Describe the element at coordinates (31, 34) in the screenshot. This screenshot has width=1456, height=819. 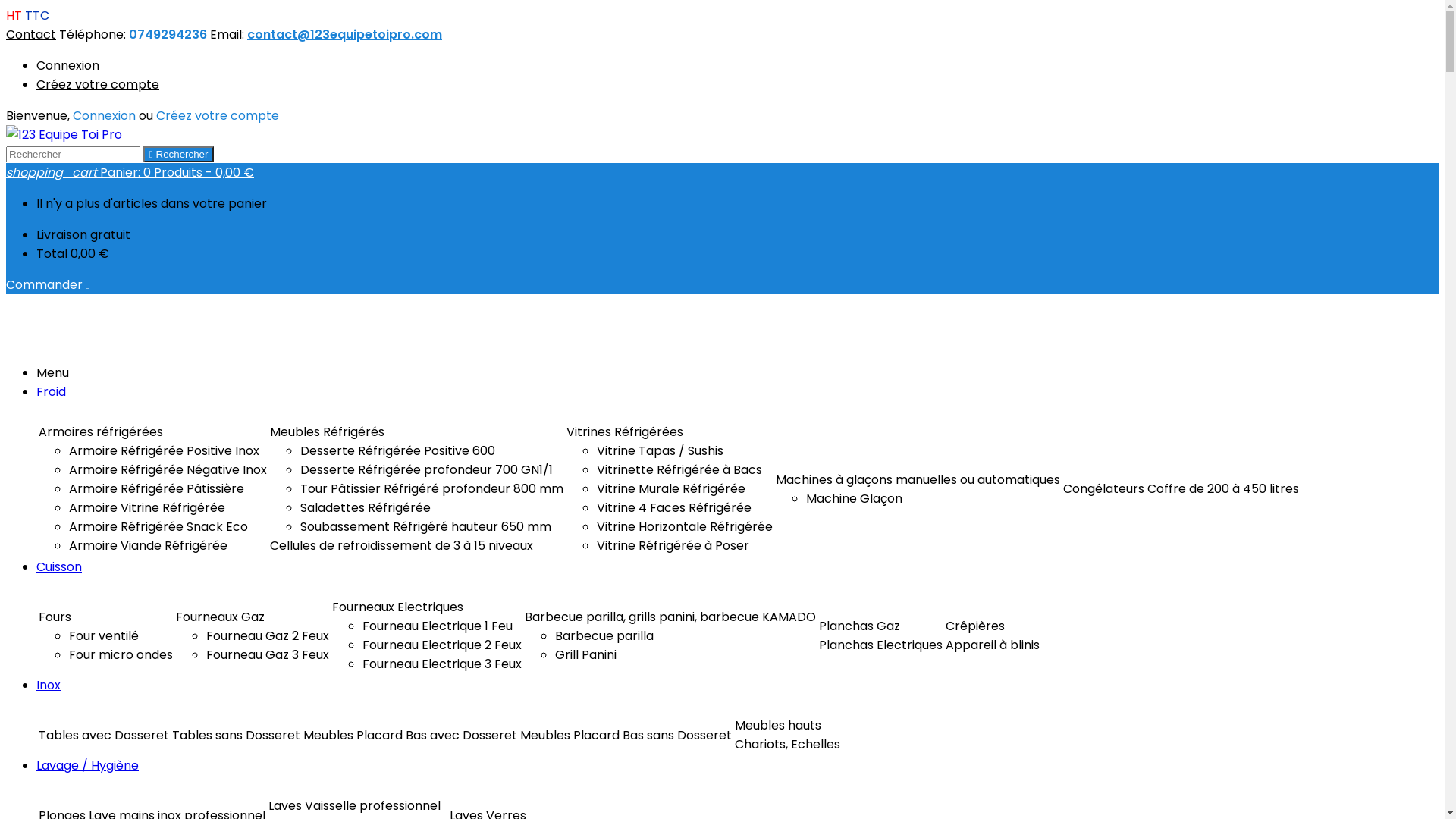
I see `'Contact'` at that location.